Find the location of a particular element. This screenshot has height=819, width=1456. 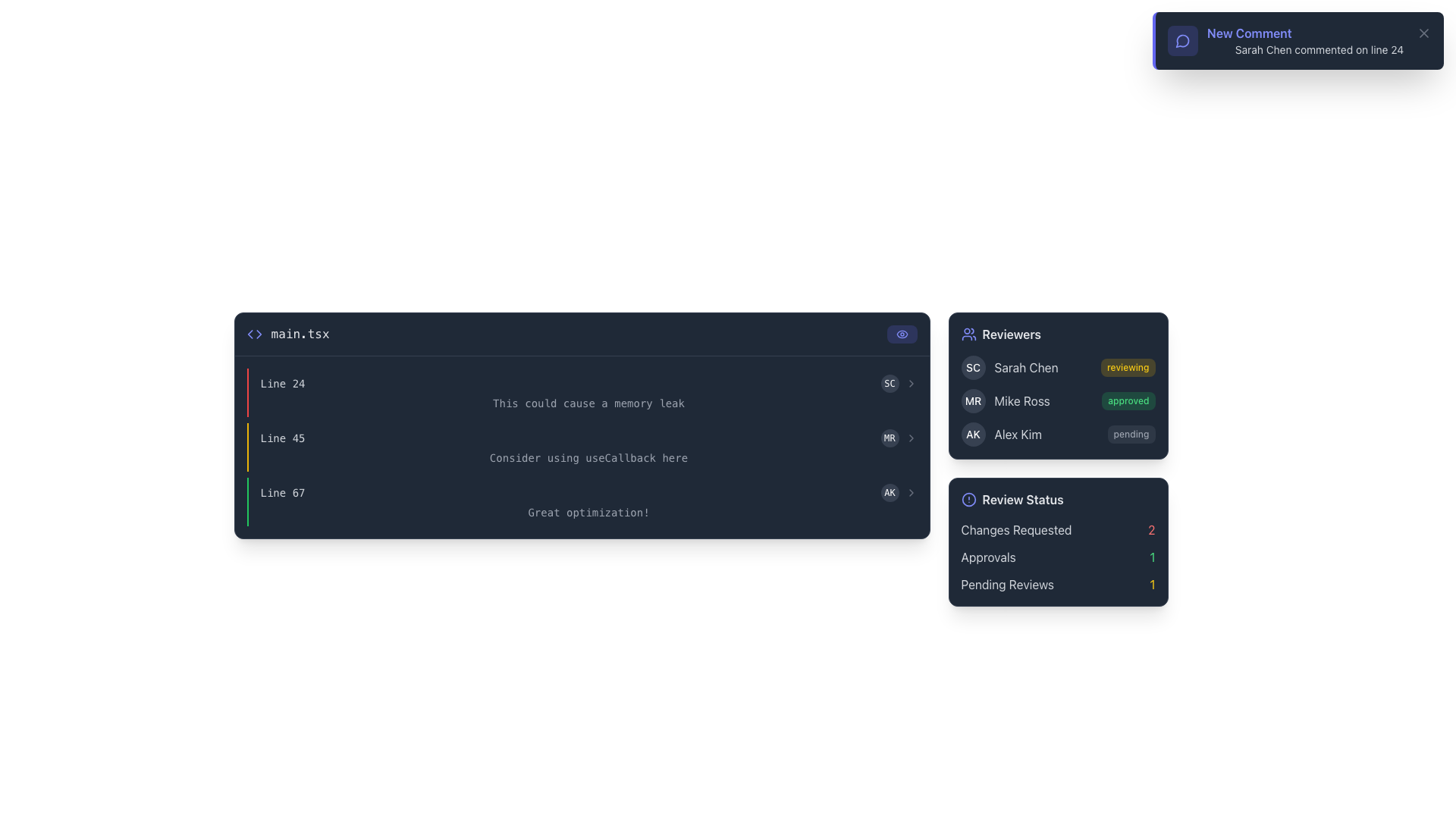

the close icon on the notification card located at the top-right corner of the interface is located at coordinates (1298, 40).